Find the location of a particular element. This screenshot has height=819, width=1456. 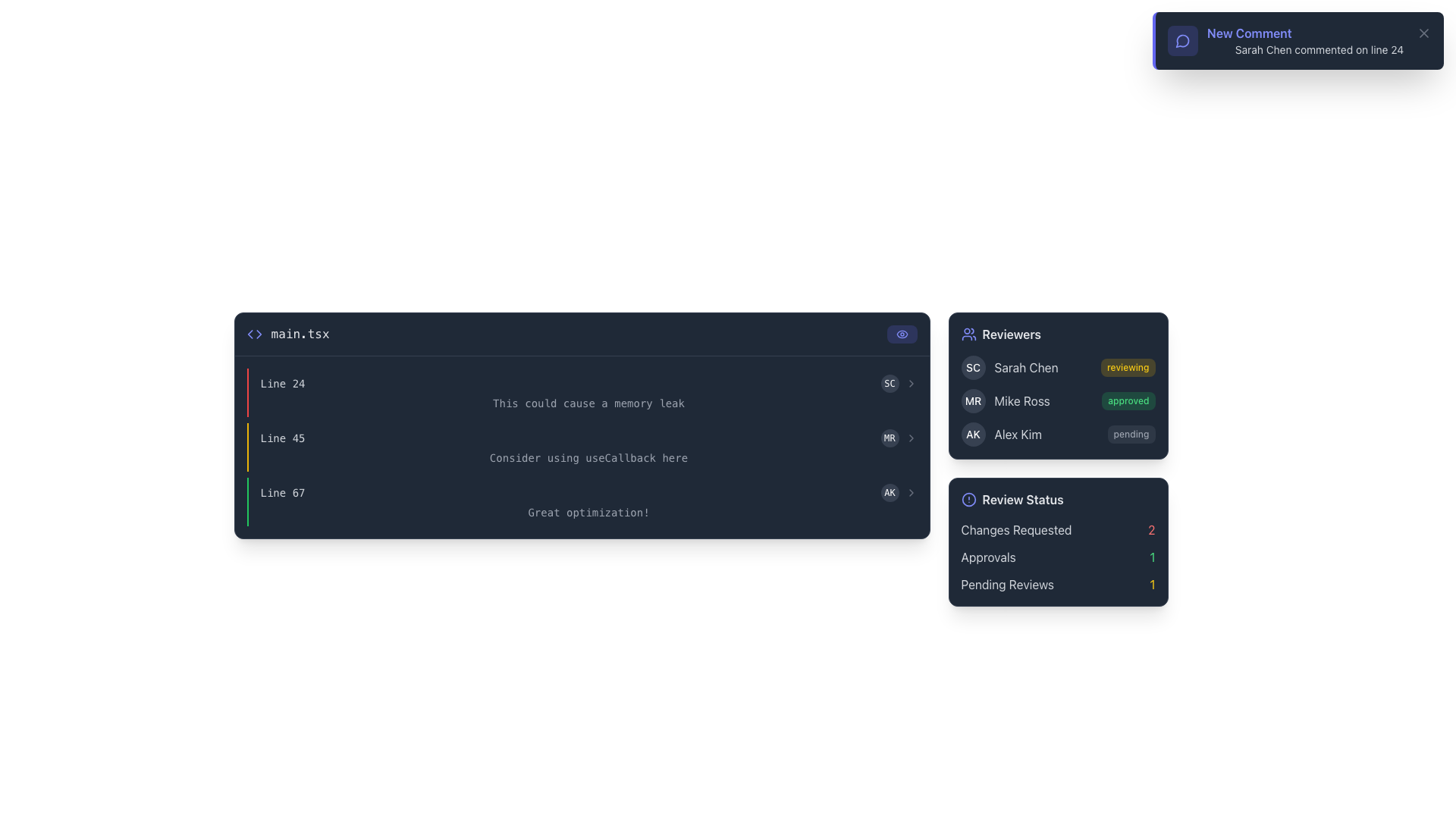

the close icon on the notification card located at the top-right corner of the interface is located at coordinates (1298, 40).